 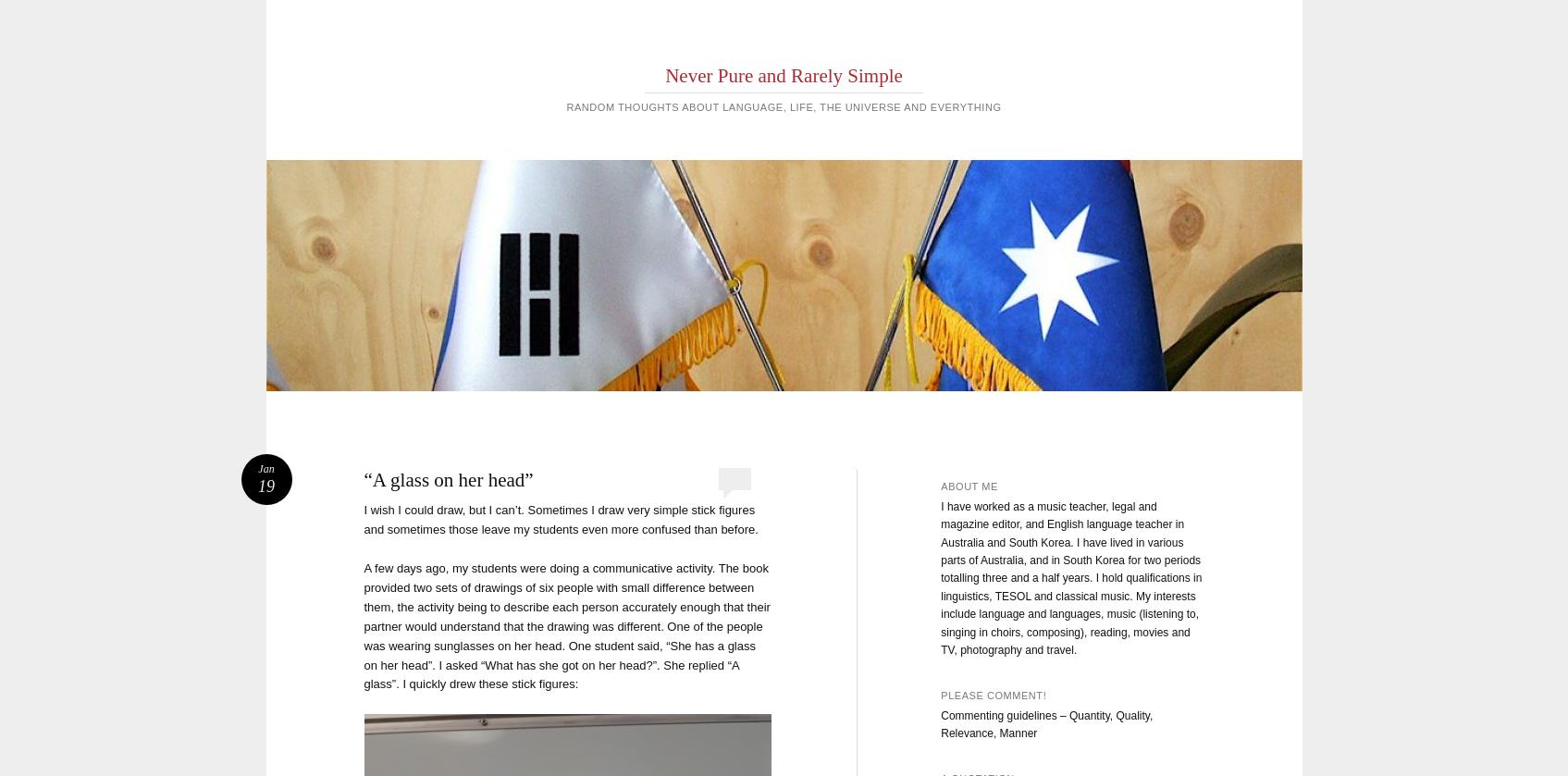 What do you see at coordinates (993, 694) in the screenshot?
I see `'Please comment!'` at bounding box center [993, 694].